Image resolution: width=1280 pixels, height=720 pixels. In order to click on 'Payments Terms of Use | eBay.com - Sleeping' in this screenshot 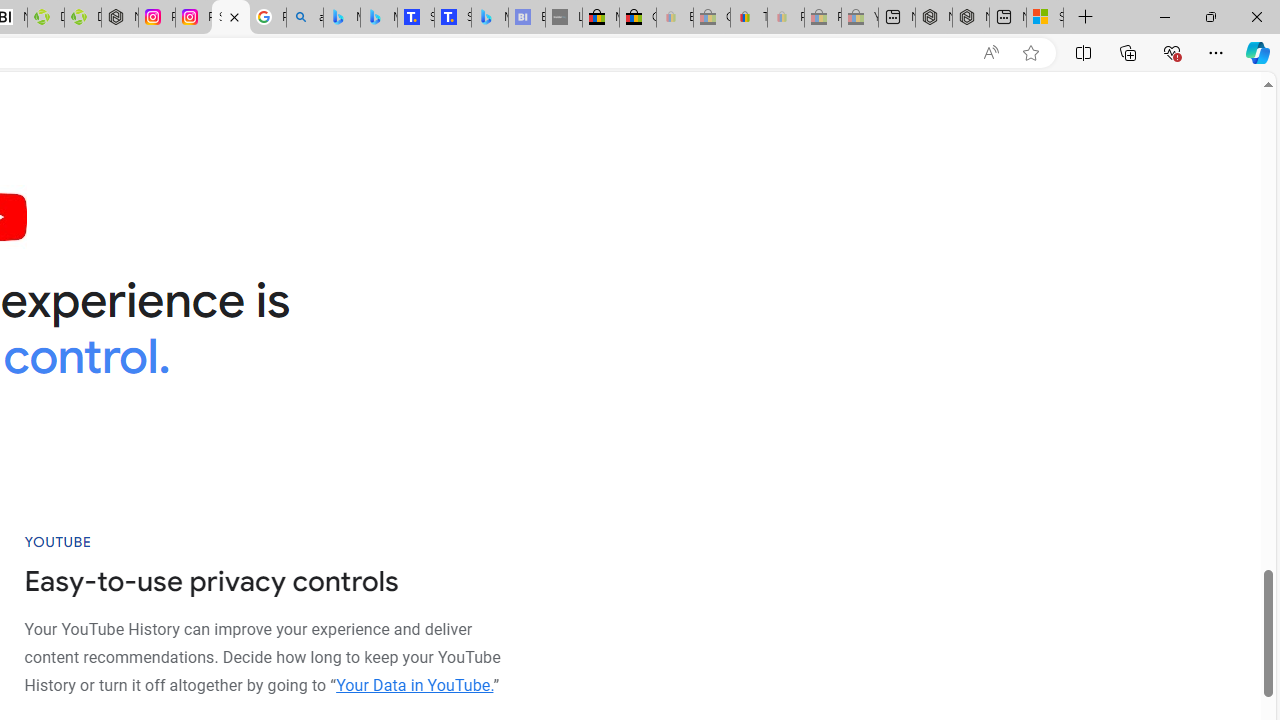, I will do `click(784, 17)`.